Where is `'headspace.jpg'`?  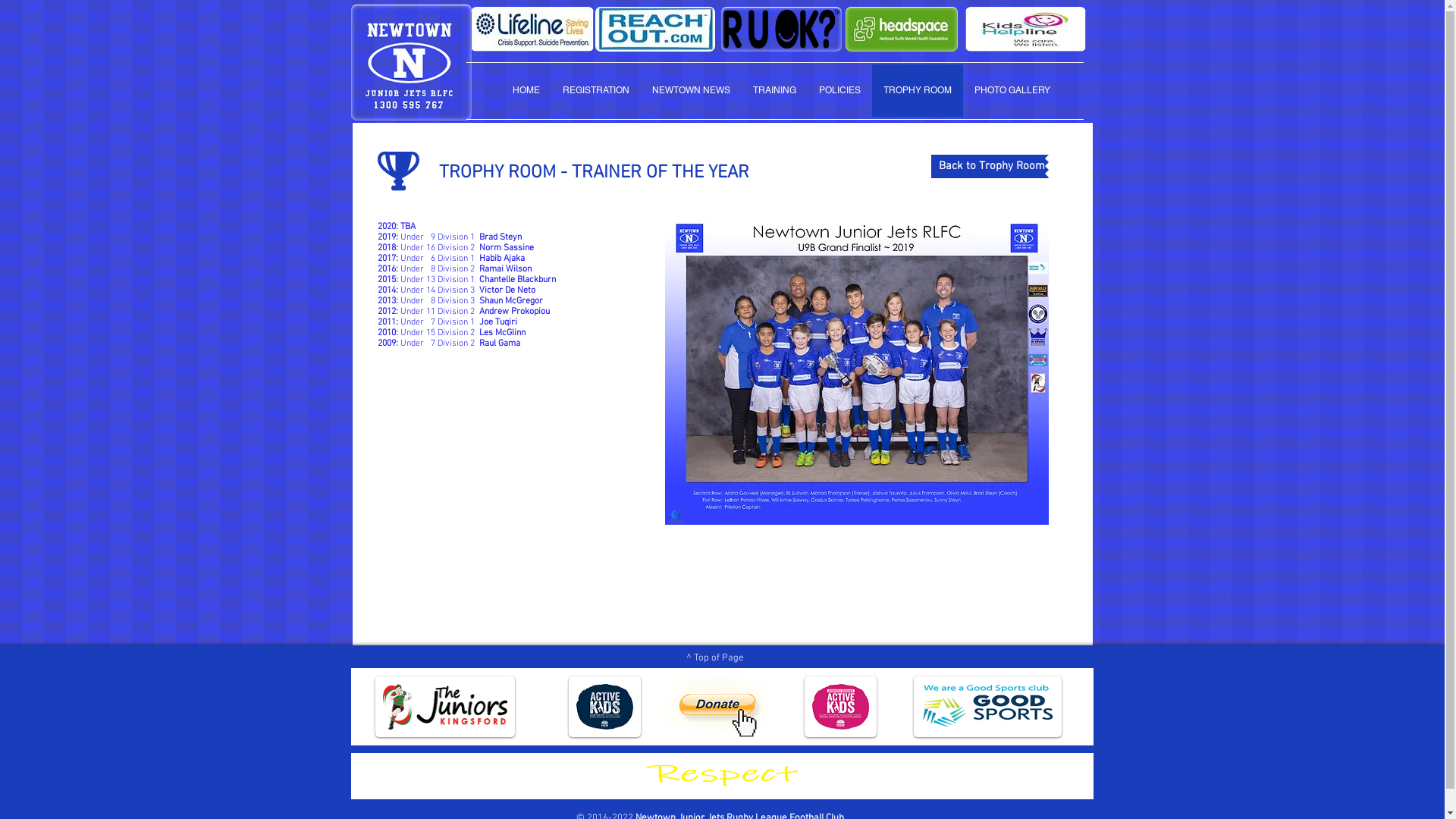
'headspace.jpg' is located at coordinates (901, 29).